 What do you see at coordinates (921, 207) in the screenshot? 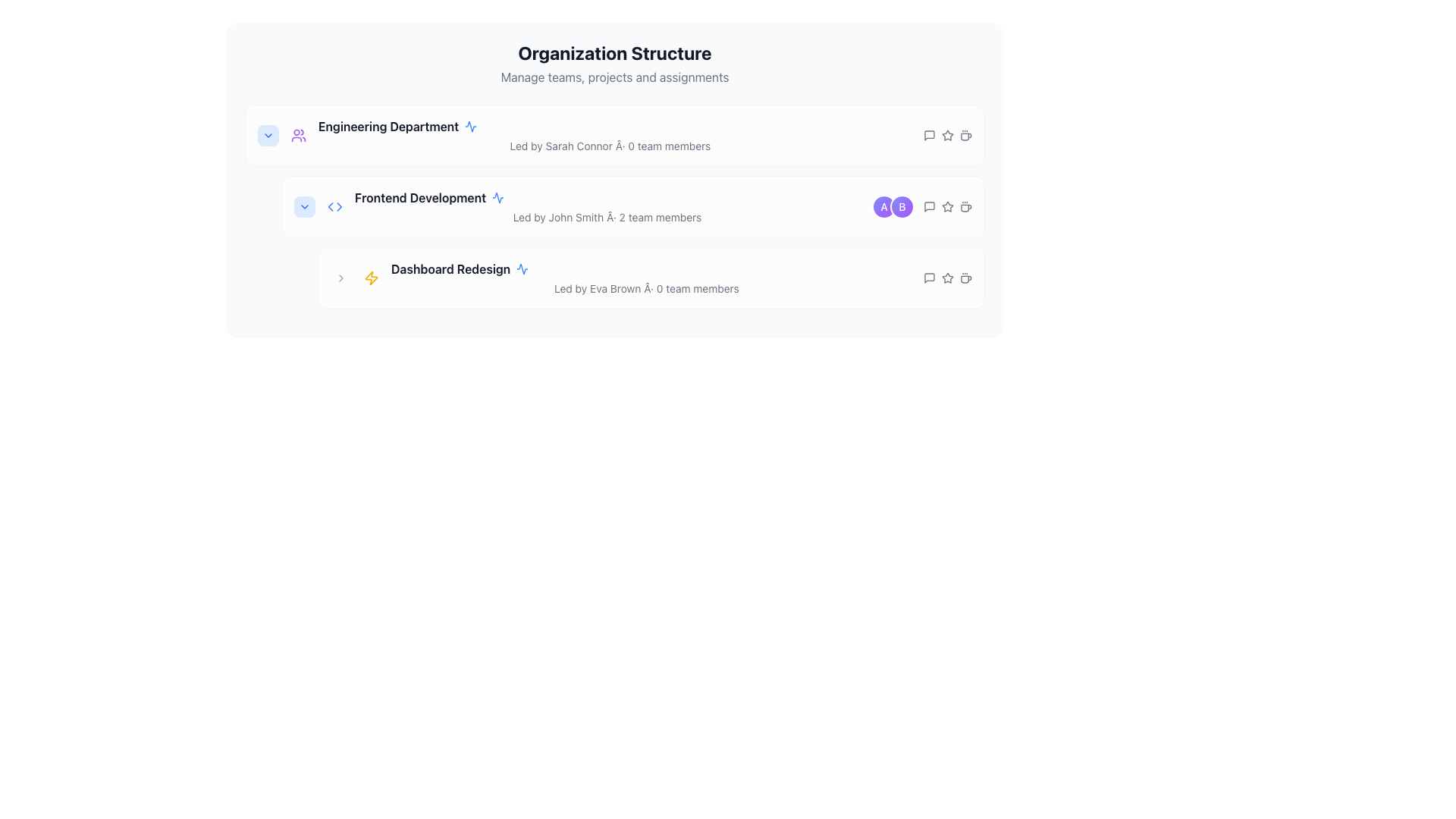
I see `the Avatar group component, which consists of two circular badges labeled 'A' and 'B' with a gradient background and white text, to view details` at bounding box center [921, 207].